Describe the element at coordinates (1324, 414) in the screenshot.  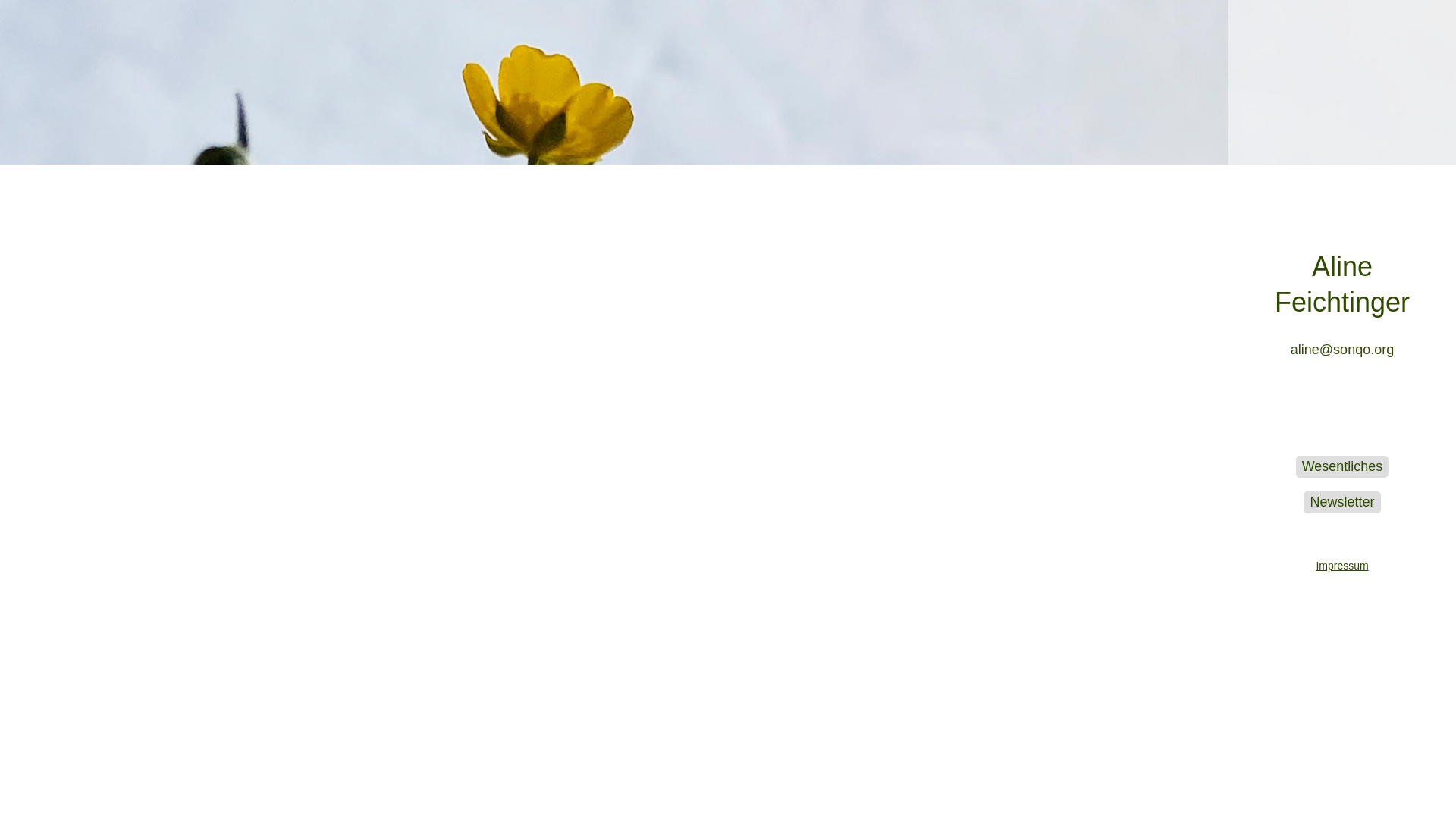
I see `'Aline Feichtinger bei Instagram'` at that location.